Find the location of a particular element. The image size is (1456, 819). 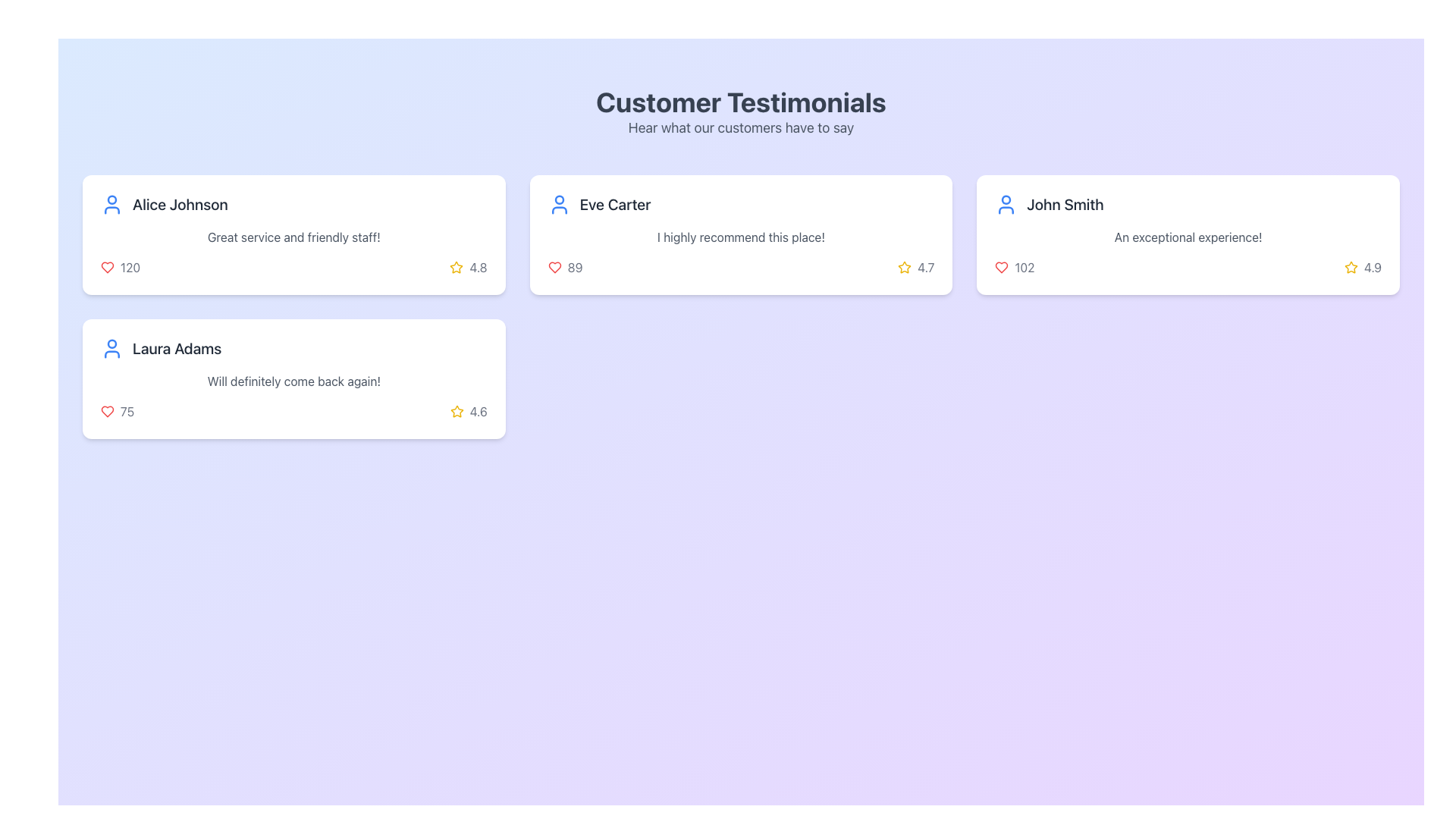

the star icon indicating the rating of the testimonial for 'Eve Carter' located in the 'Customer Testimonials' section is located at coordinates (905, 267).